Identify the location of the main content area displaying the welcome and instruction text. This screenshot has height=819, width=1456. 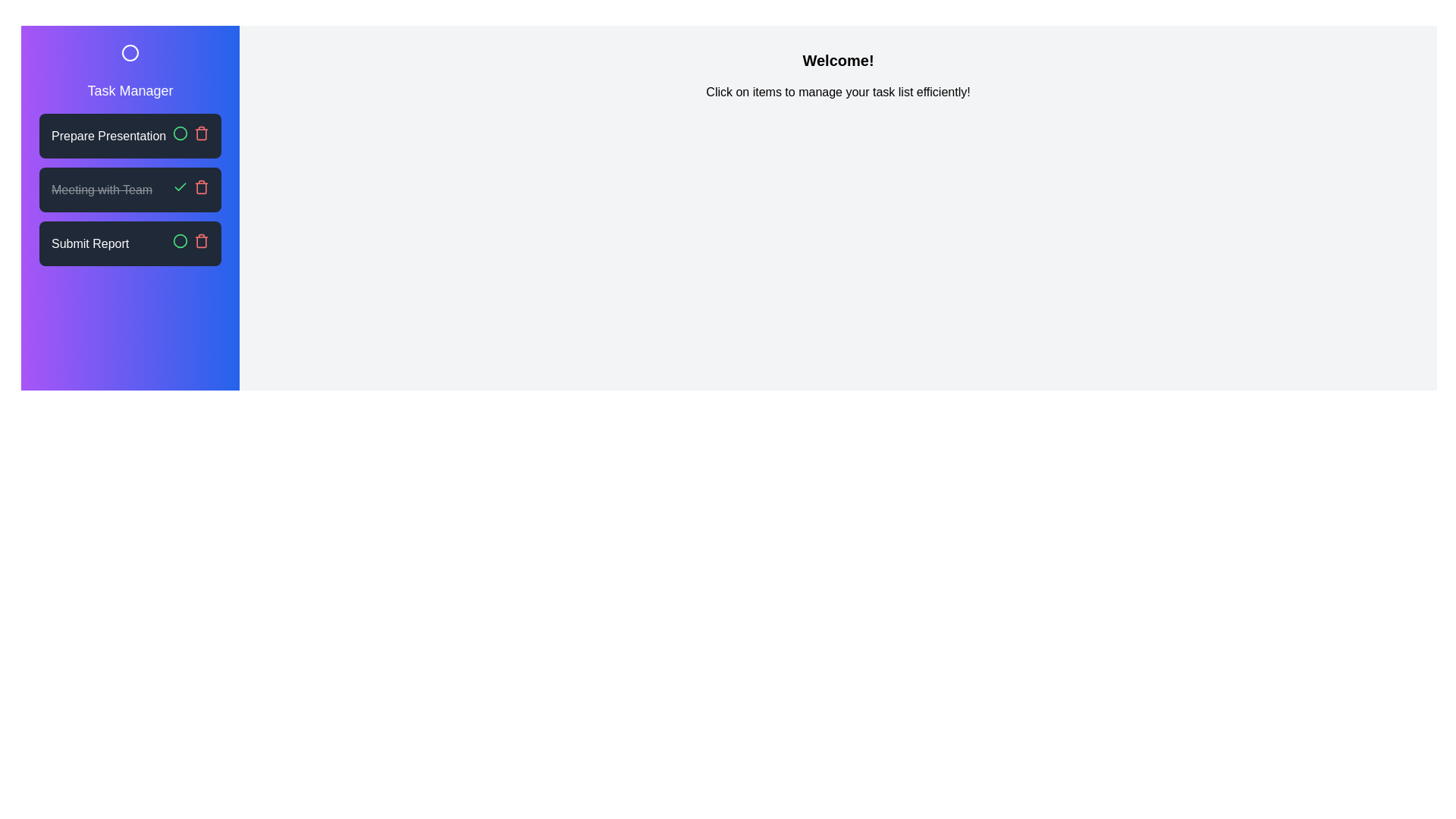
(837, 93).